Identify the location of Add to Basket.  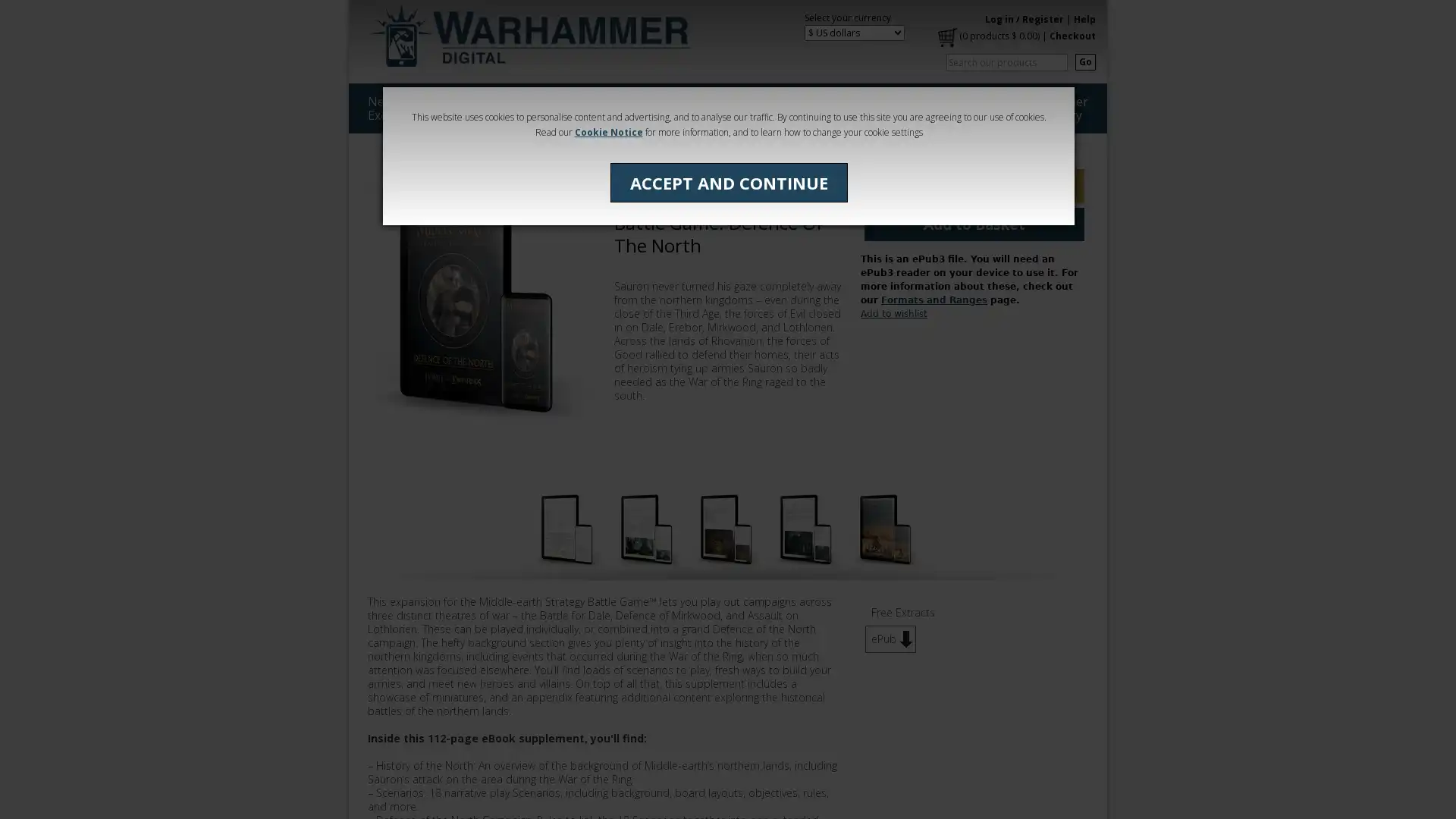
(974, 224).